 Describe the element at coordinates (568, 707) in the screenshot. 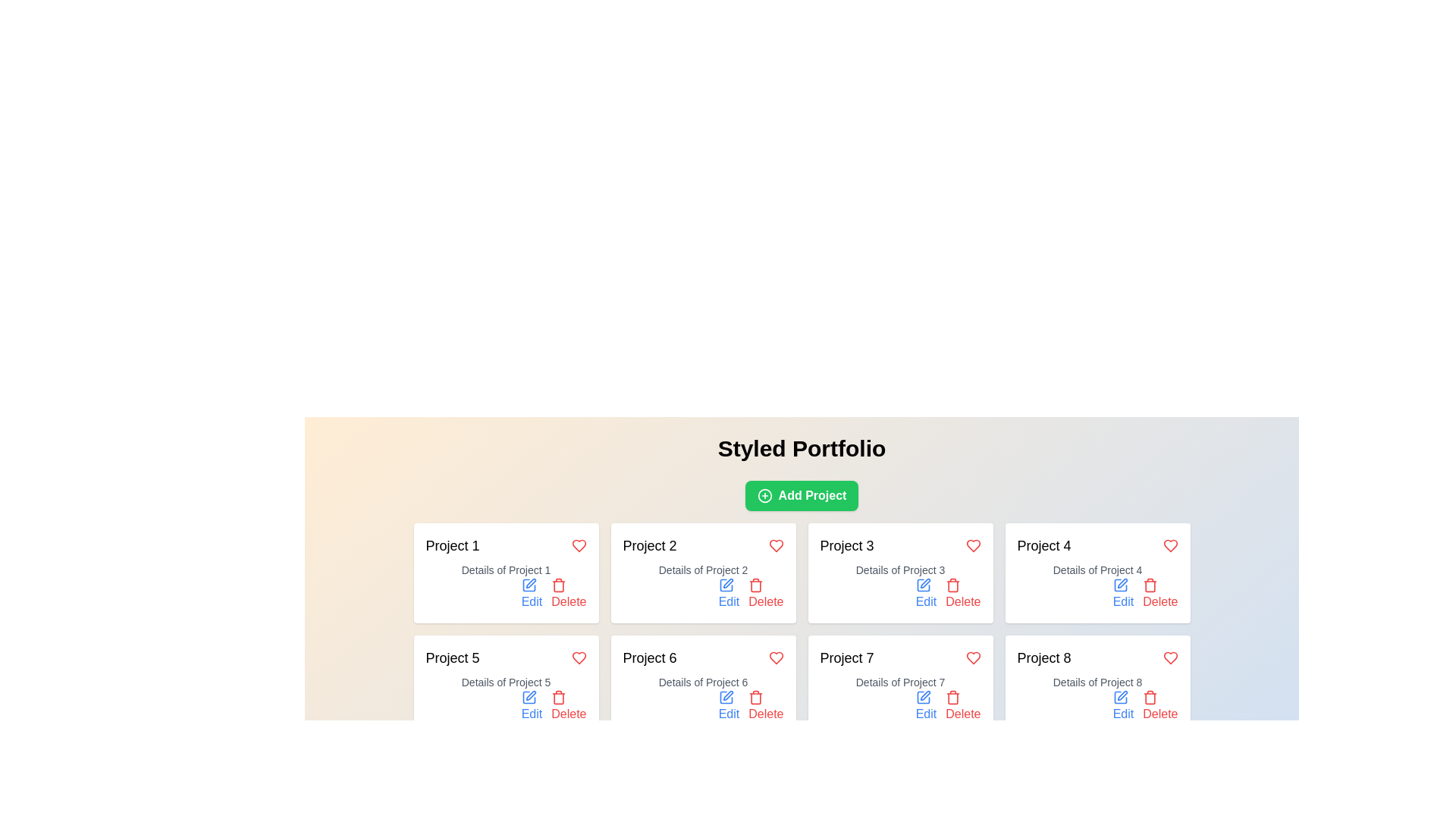

I see `the 'Delete' button with a trash can icon, which is the second button in the button group at the bottom right of Project 5's card, to observe the hover effects` at that location.